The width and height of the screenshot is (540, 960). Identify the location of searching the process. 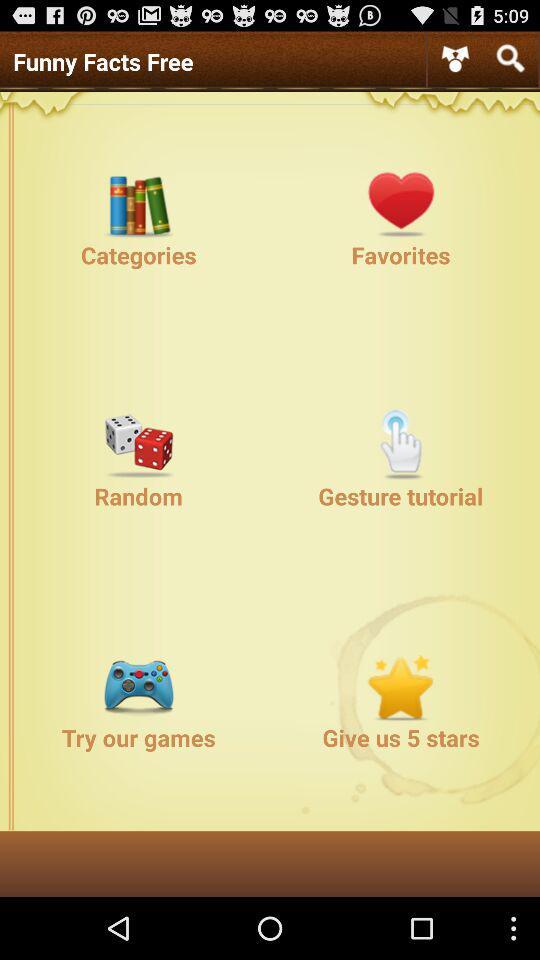
(510, 58).